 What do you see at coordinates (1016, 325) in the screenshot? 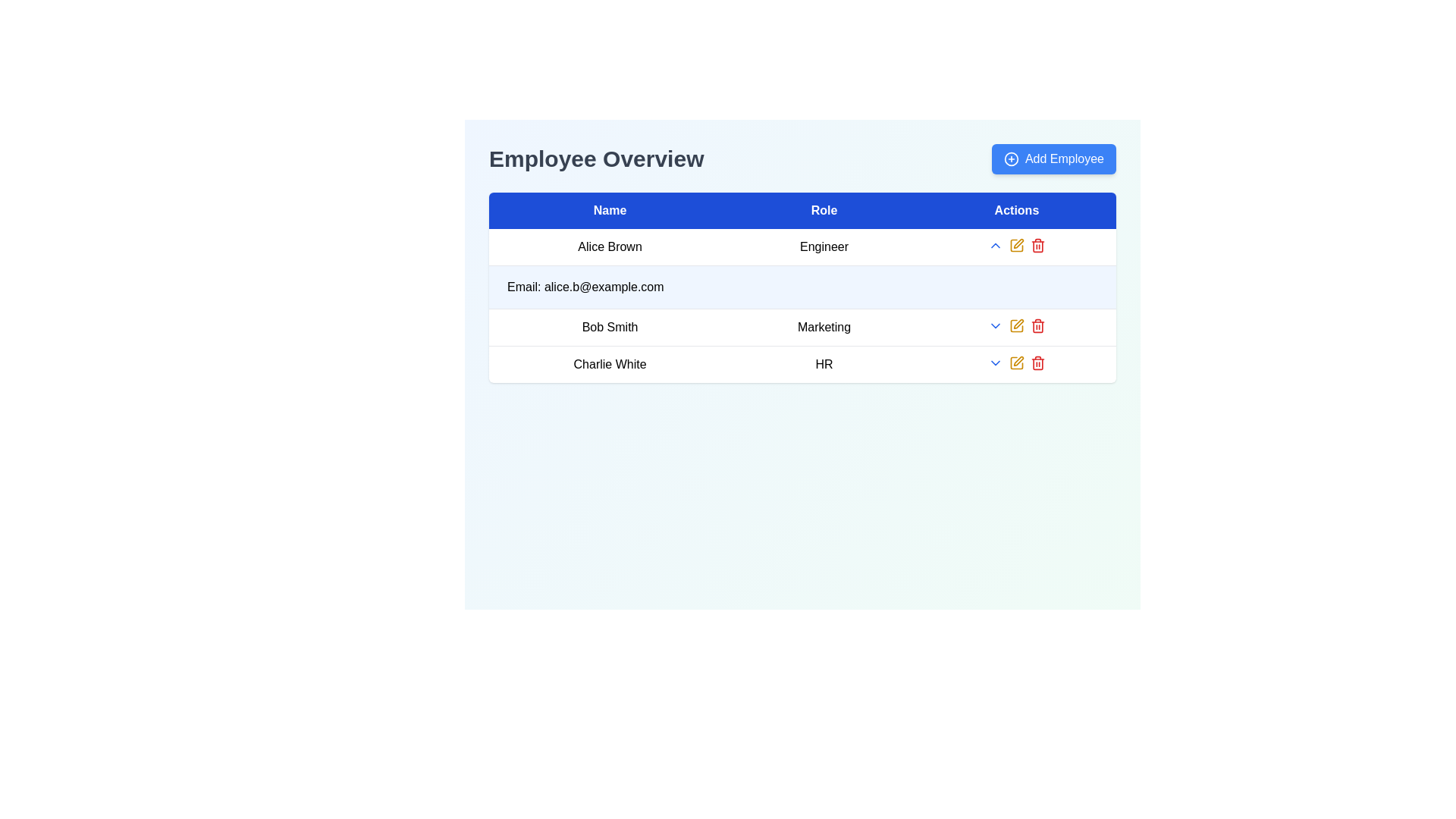
I see `the 'edit' action button for the 'Bob Smith' row in the employee list table` at bounding box center [1016, 325].